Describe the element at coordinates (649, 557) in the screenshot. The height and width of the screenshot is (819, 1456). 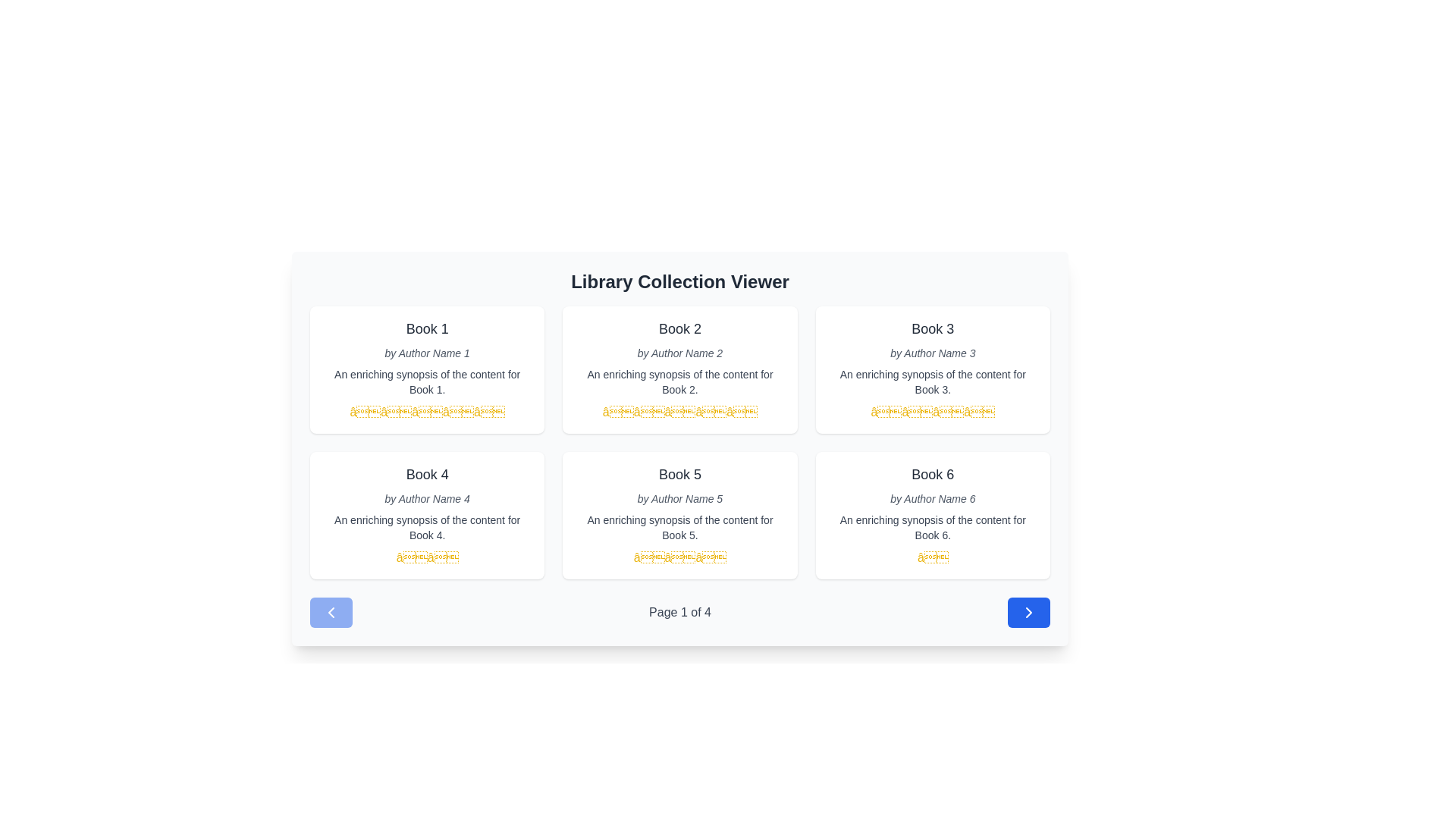
I see `the first yellow star icon in the rating display under 'Book 5', which is positioned in the central column of the library grid interface` at that location.